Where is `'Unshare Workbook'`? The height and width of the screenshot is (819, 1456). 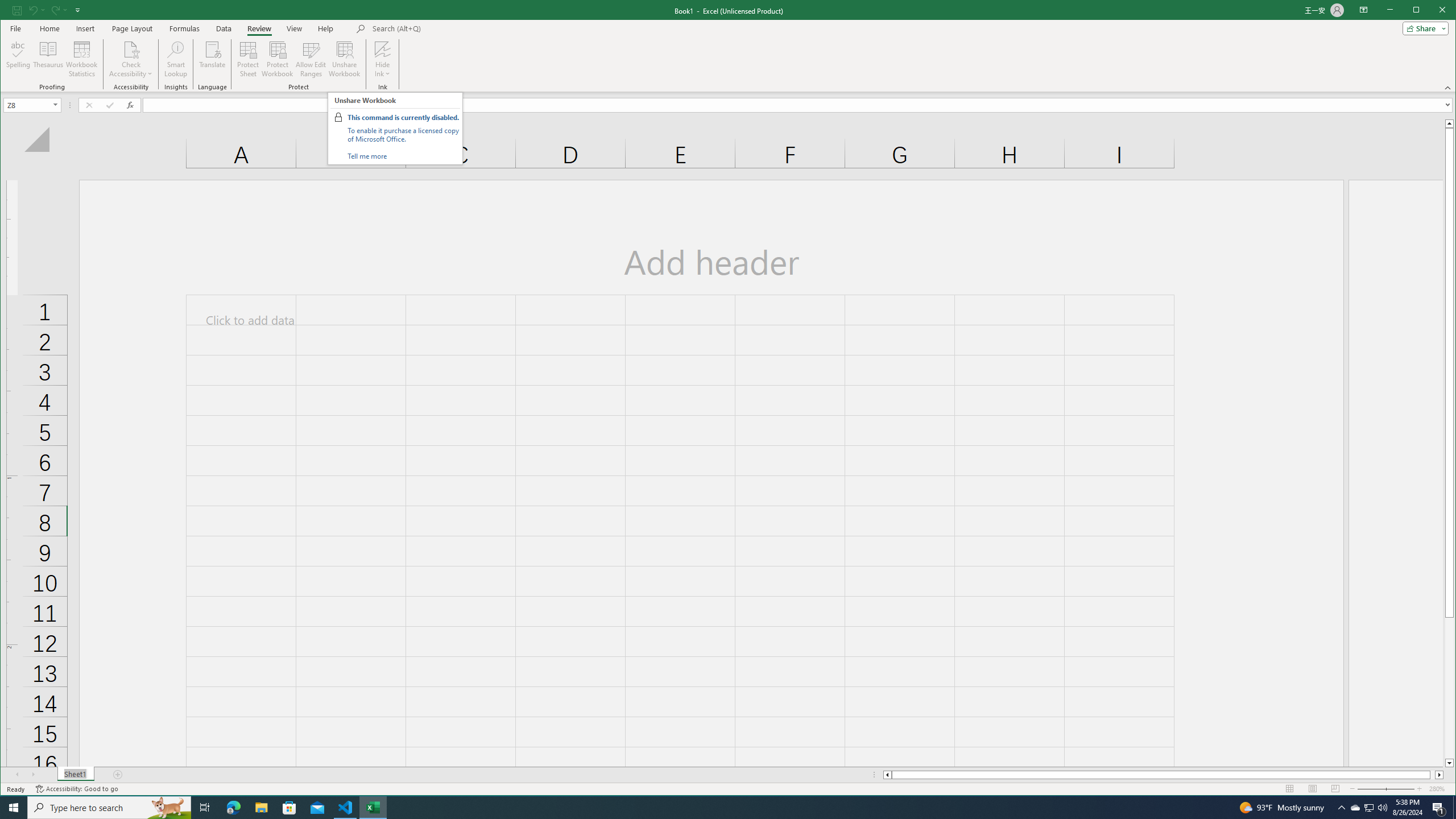 'Unshare Workbook' is located at coordinates (344, 59).